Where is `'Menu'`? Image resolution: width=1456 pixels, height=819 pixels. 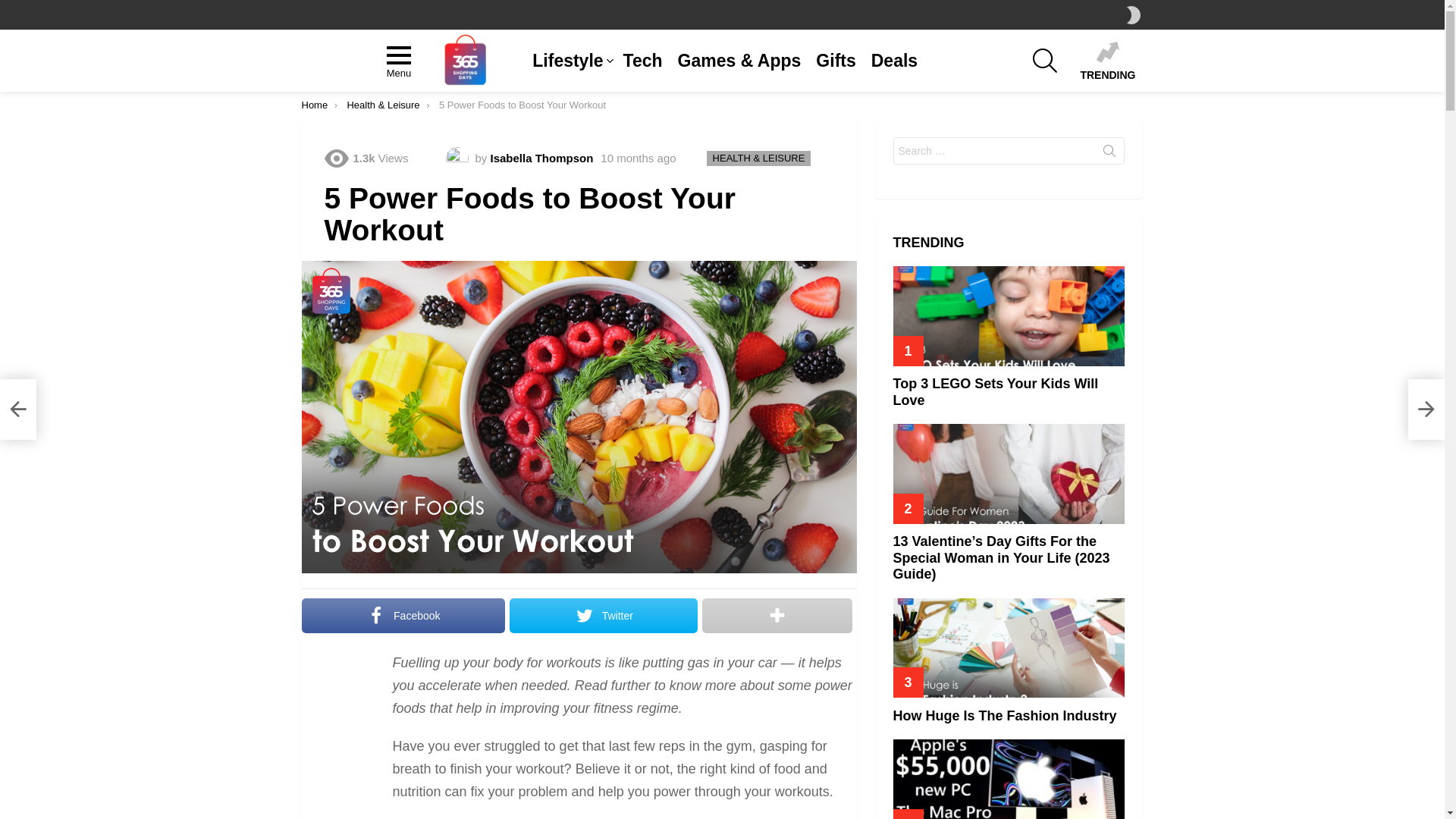 'Menu' is located at coordinates (399, 60).